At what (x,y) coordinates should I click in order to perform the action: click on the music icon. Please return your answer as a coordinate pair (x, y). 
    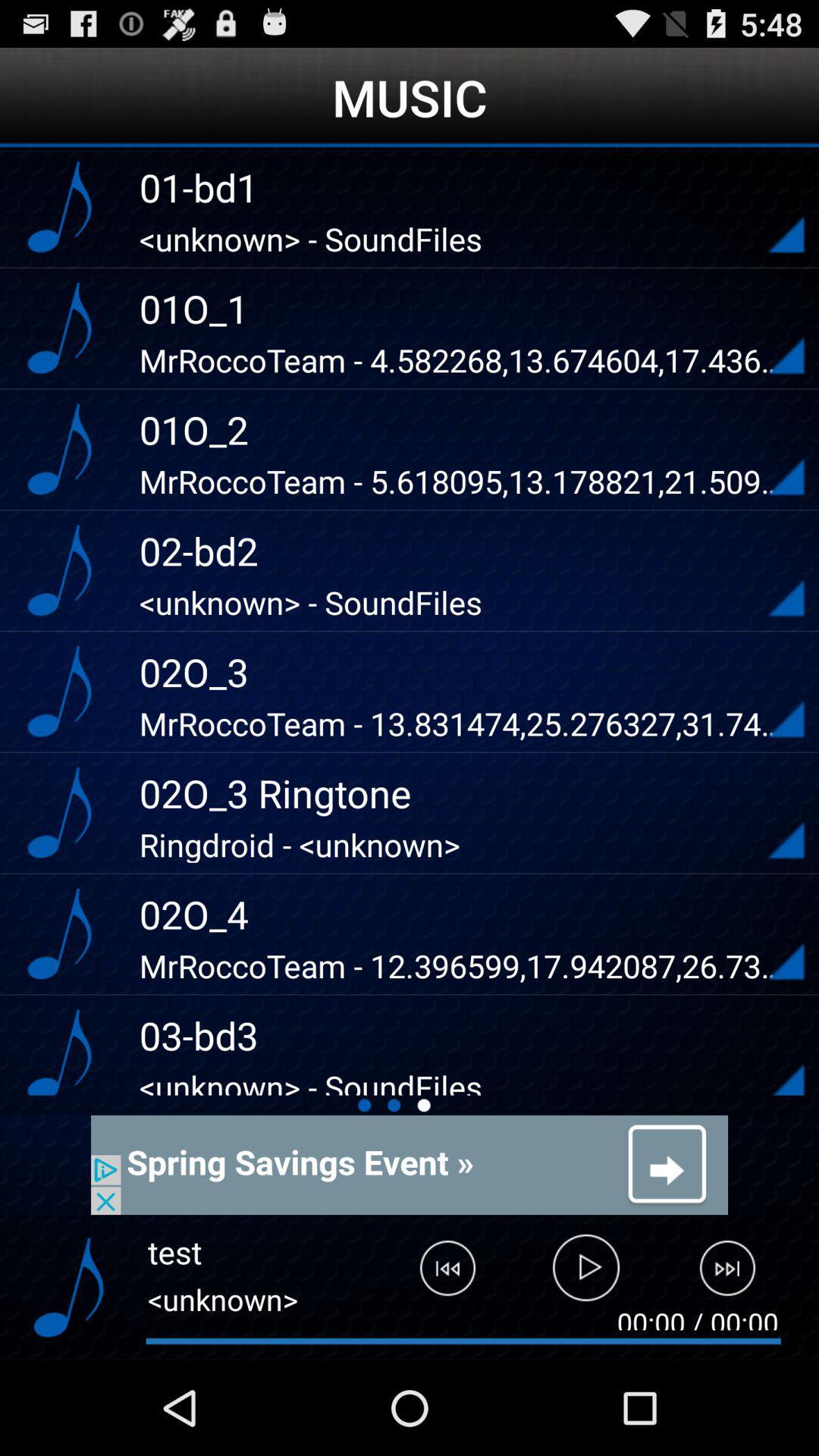
    Looking at the image, I should click on (68, 1378).